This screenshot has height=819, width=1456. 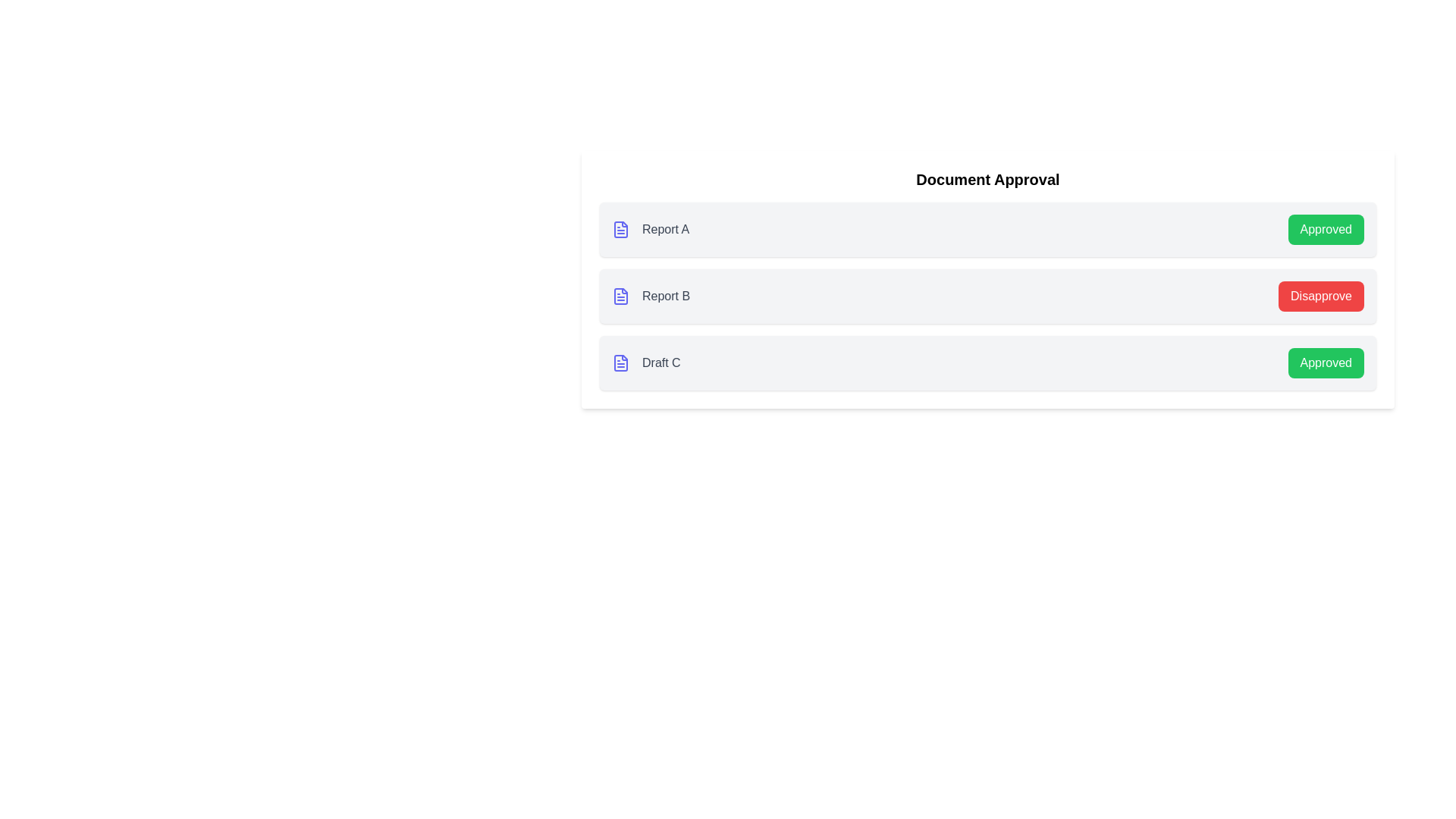 What do you see at coordinates (1325, 362) in the screenshot?
I see `the approval button for Draft C` at bounding box center [1325, 362].